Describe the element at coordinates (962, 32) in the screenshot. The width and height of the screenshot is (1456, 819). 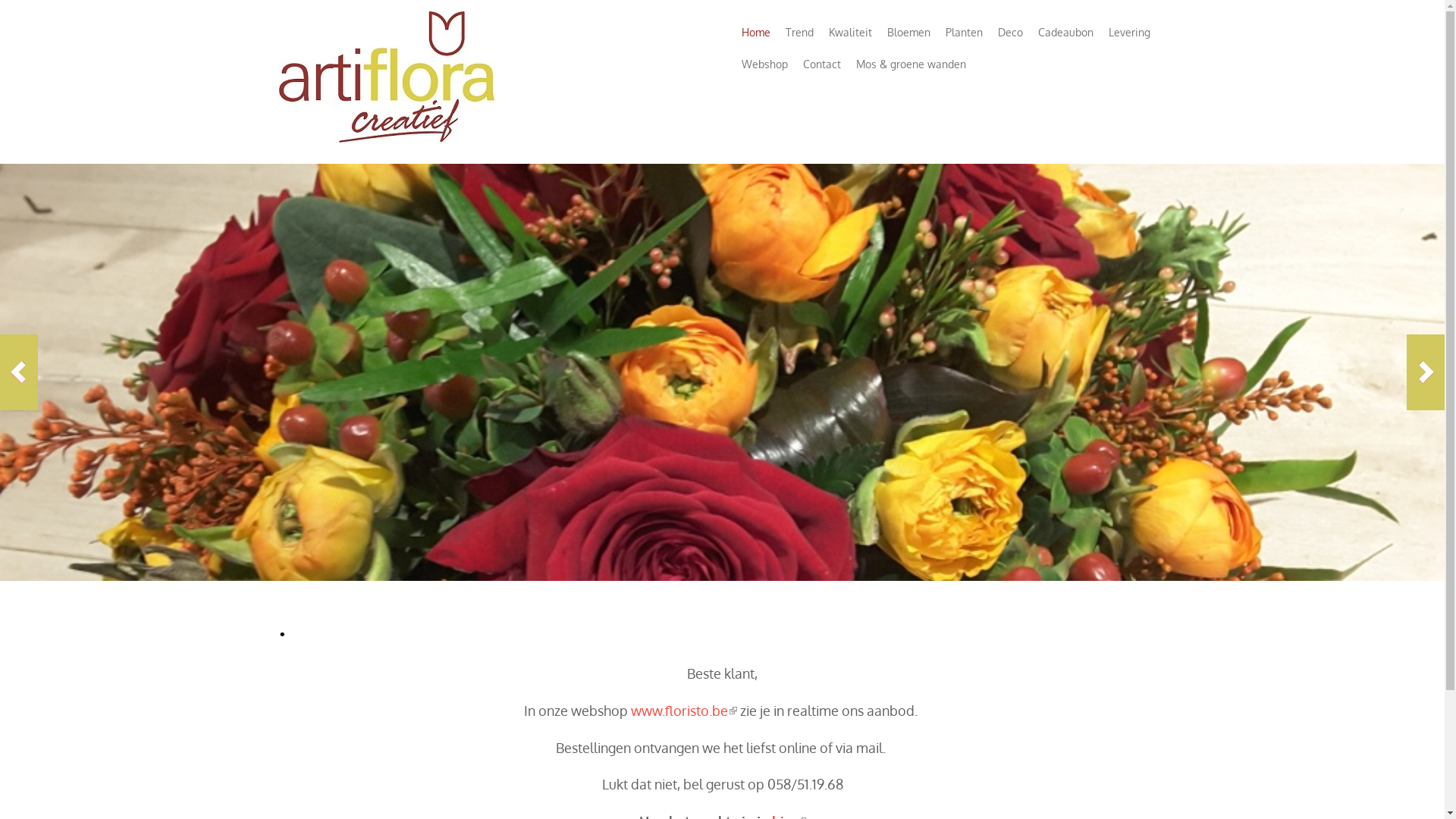
I see `'Planten'` at that location.